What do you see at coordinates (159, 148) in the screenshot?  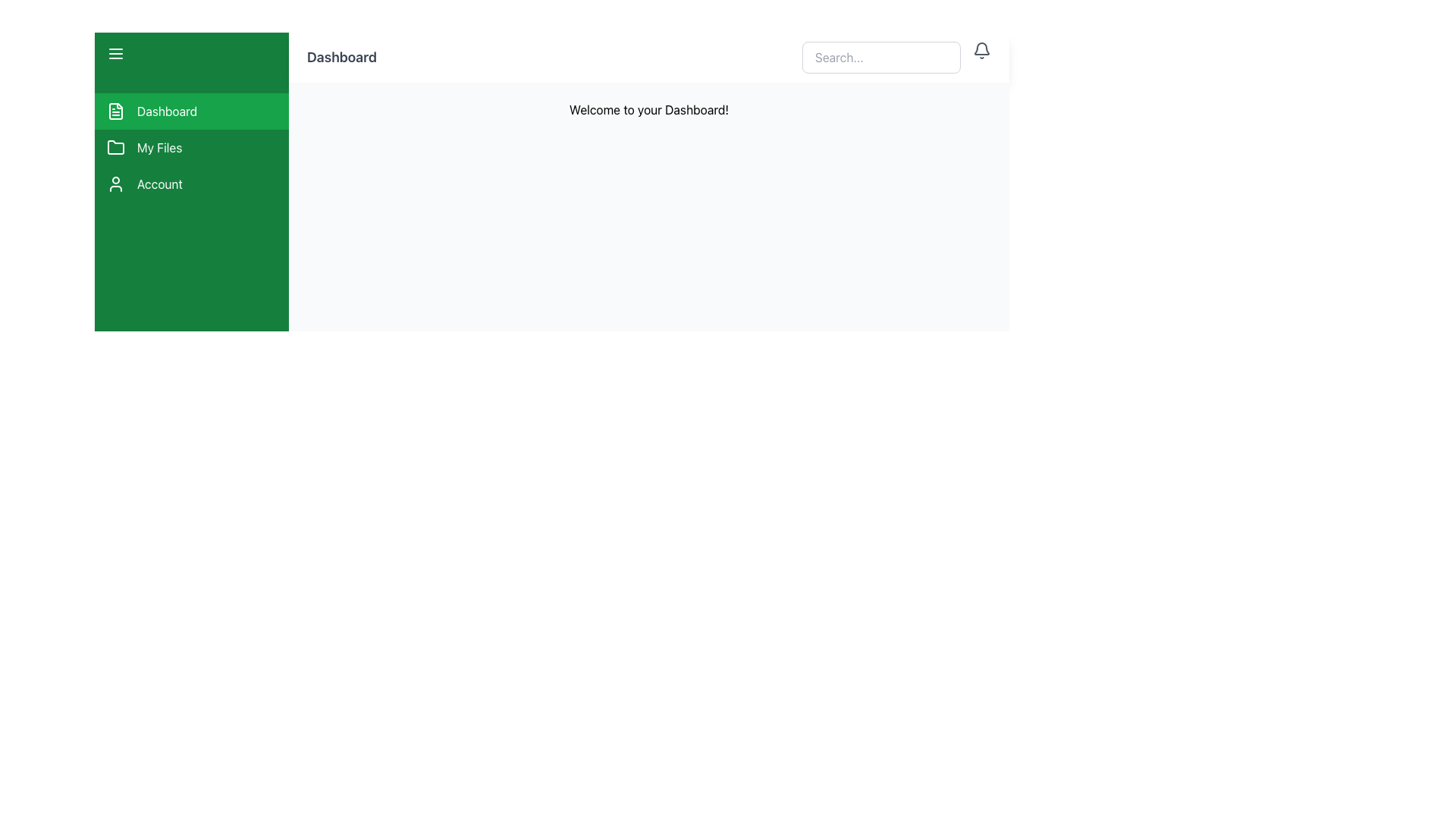 I see `text label that displays 'My Files' in white on a green background, located in the vertical menu between 'Dashboard' and 'Account'` at bounding box center [159, 148].